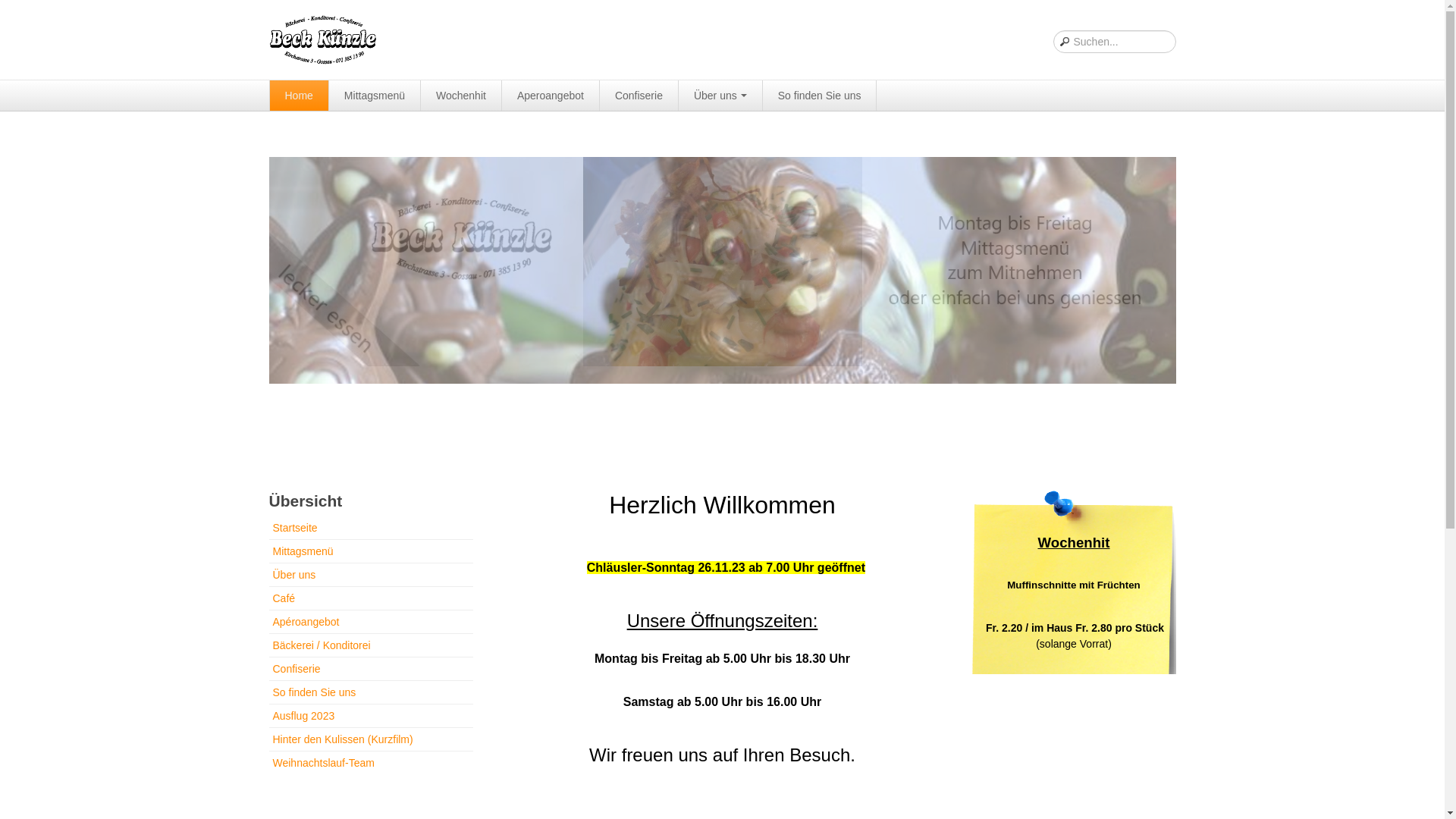 This screenshot has width=1456, height=819. I want to click on 'So finden Sie uns', so click(370, 692).